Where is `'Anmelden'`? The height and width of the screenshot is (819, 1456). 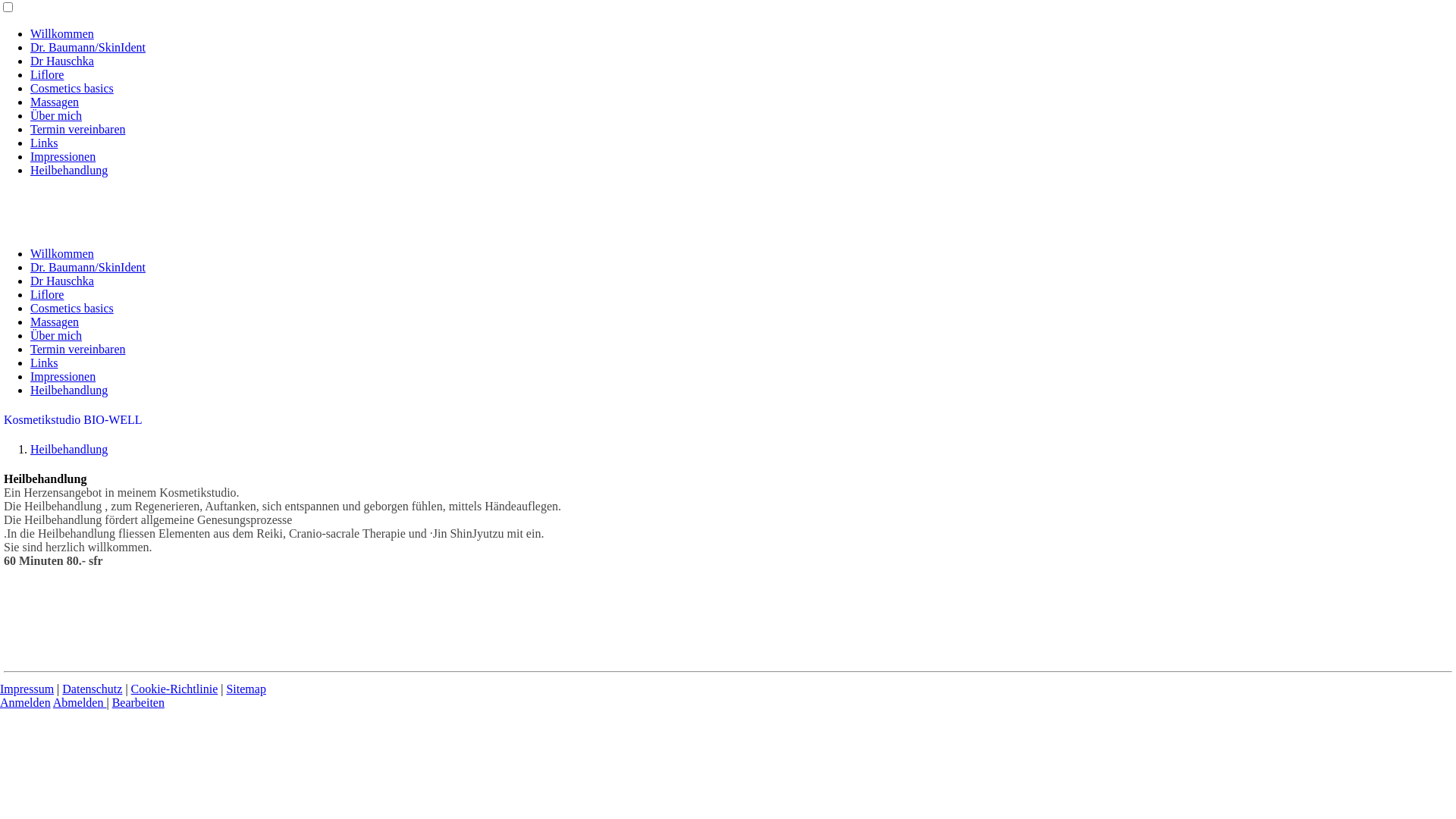
'Anmelden' is located at coordinates (25, 702).